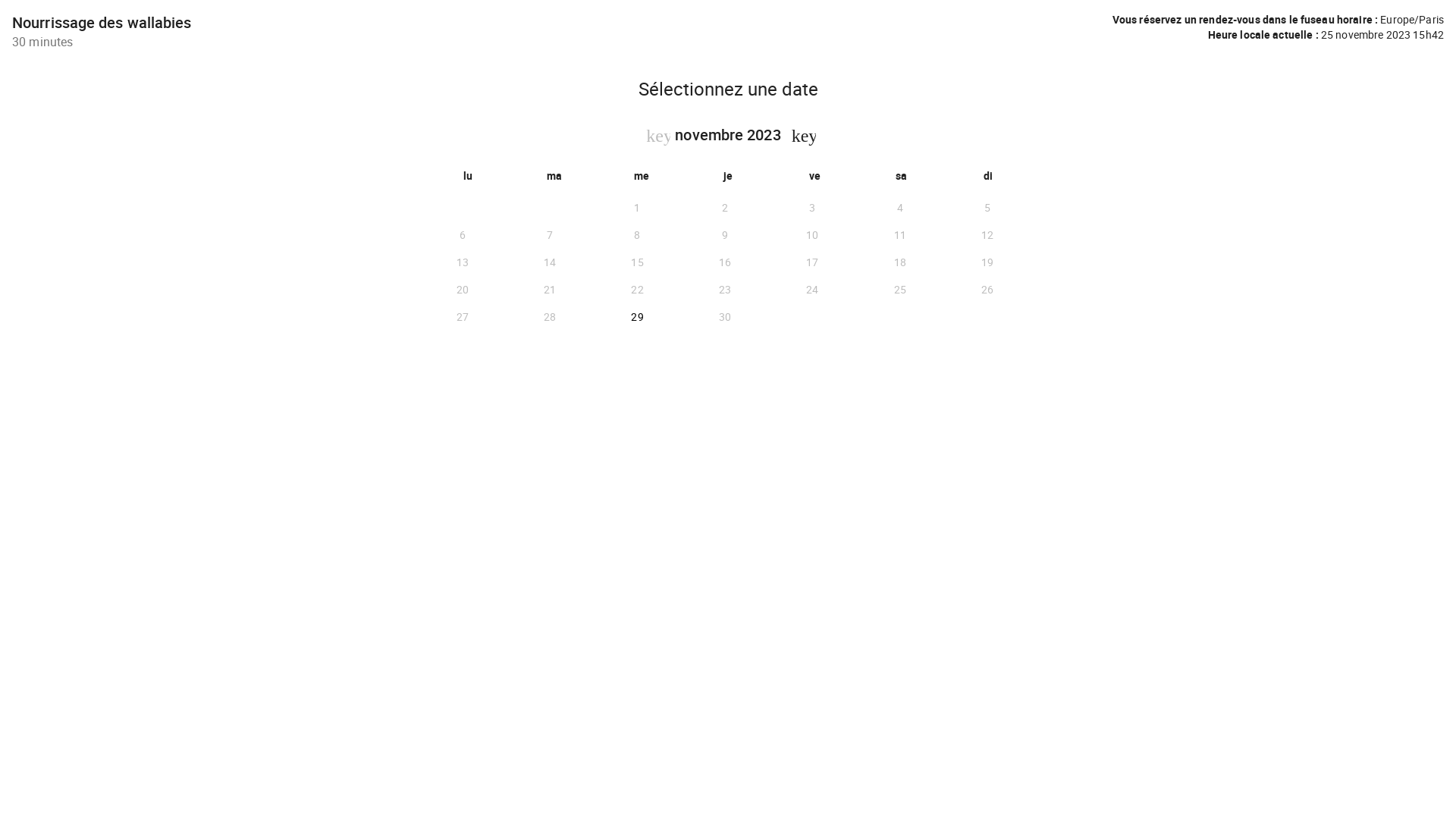  What do you see at coordinates (899, 207) in the screenshot?
I see `'4'` at bounding box center [899, 207].